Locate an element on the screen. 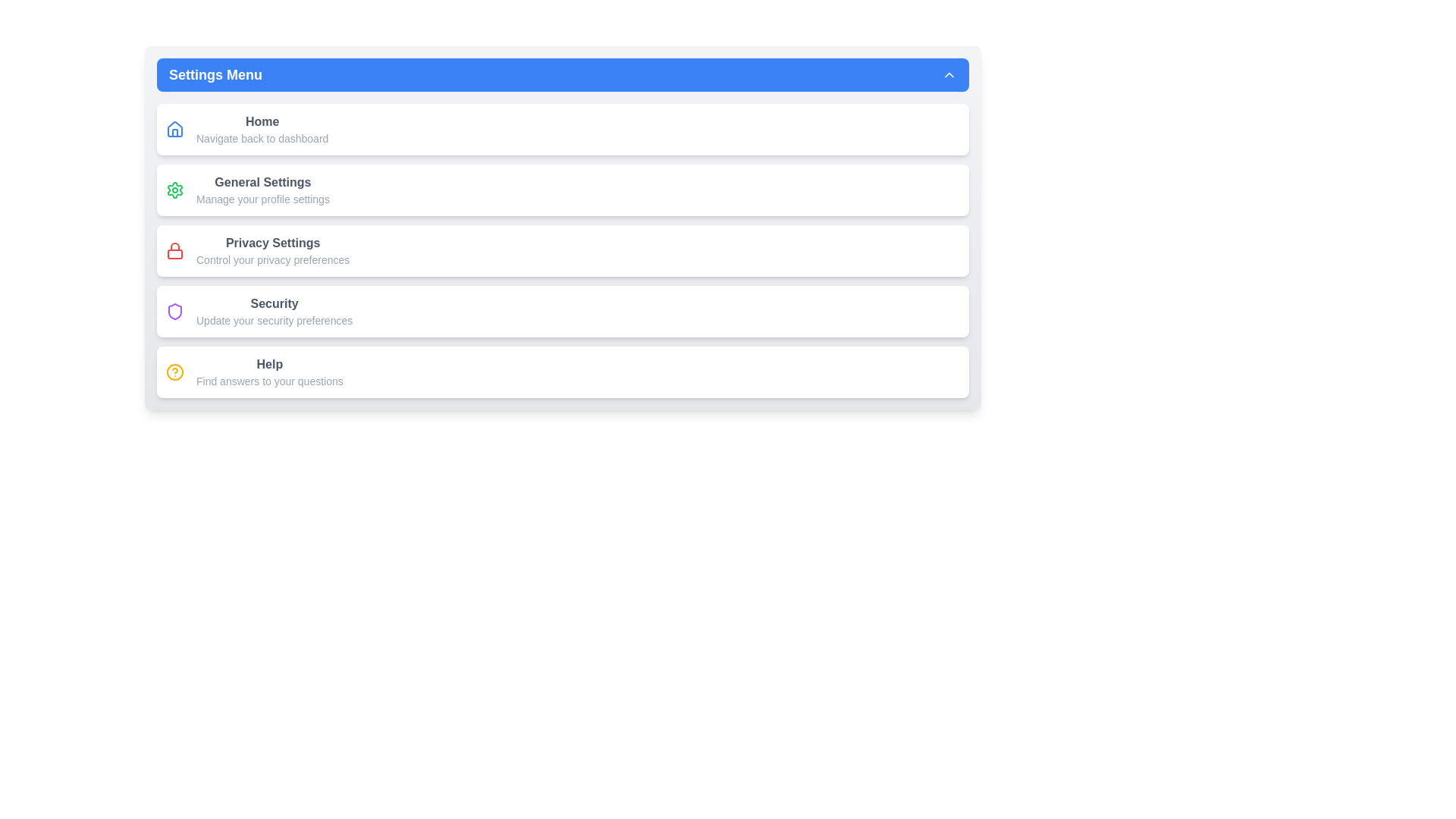  the Privacy Settings title text label, which serves as a title for managing privacy preferences in the application, located near the top of the settings menu is located at coordinates (273, 242).